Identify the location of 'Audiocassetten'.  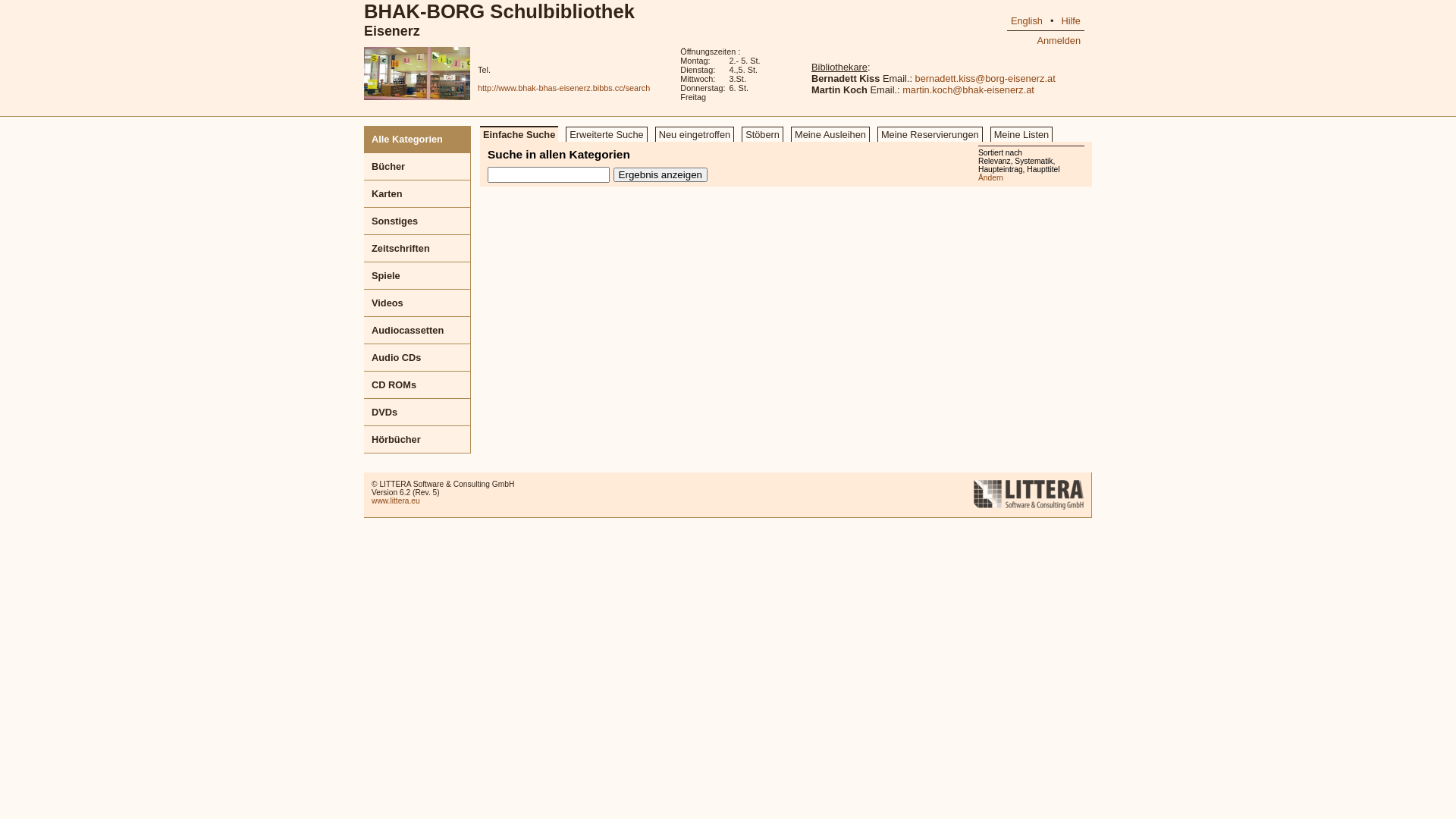
(417, 329).